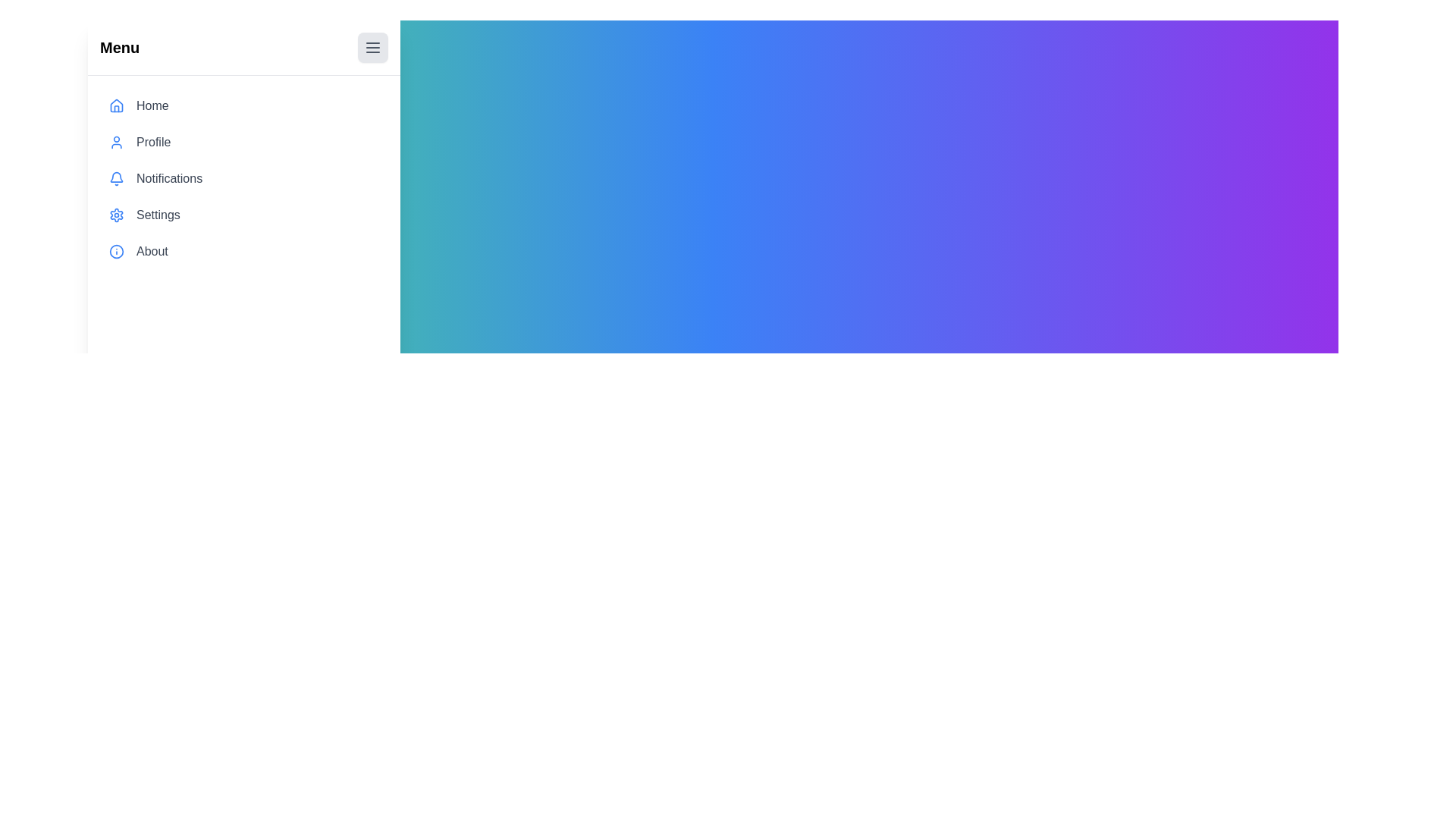  What do you see at coordinates (244, 105) in the screenshot?
I see `the menu item Home` at bounding box center [244, 105].